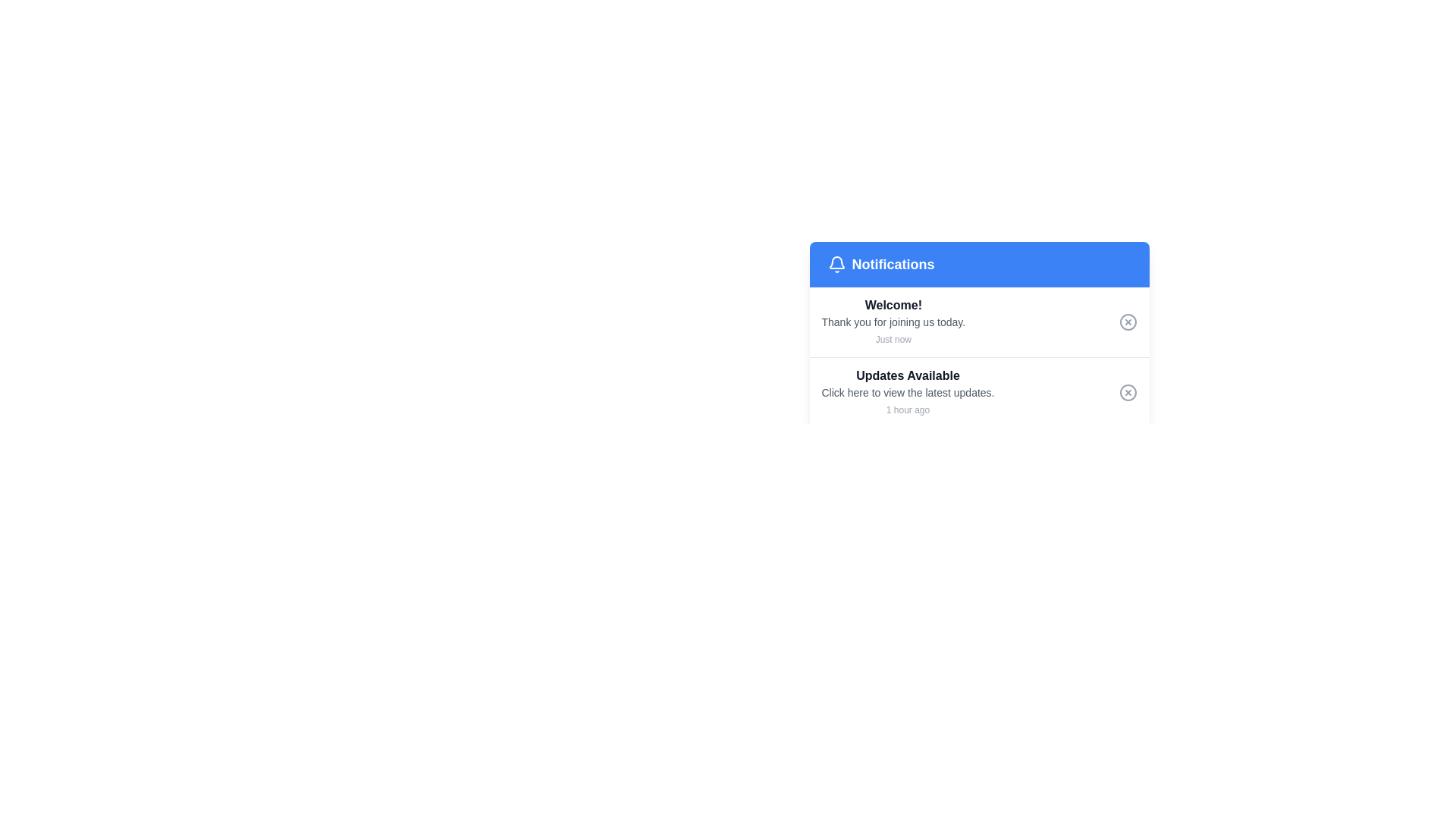  What do you see at coordinates (1128, 321) in the screenshot?
I see `the circular icon with a centered cross inside it, located on the right side of the 'Welcome!' text in the notifications display` at bounding box center [1128, 321].